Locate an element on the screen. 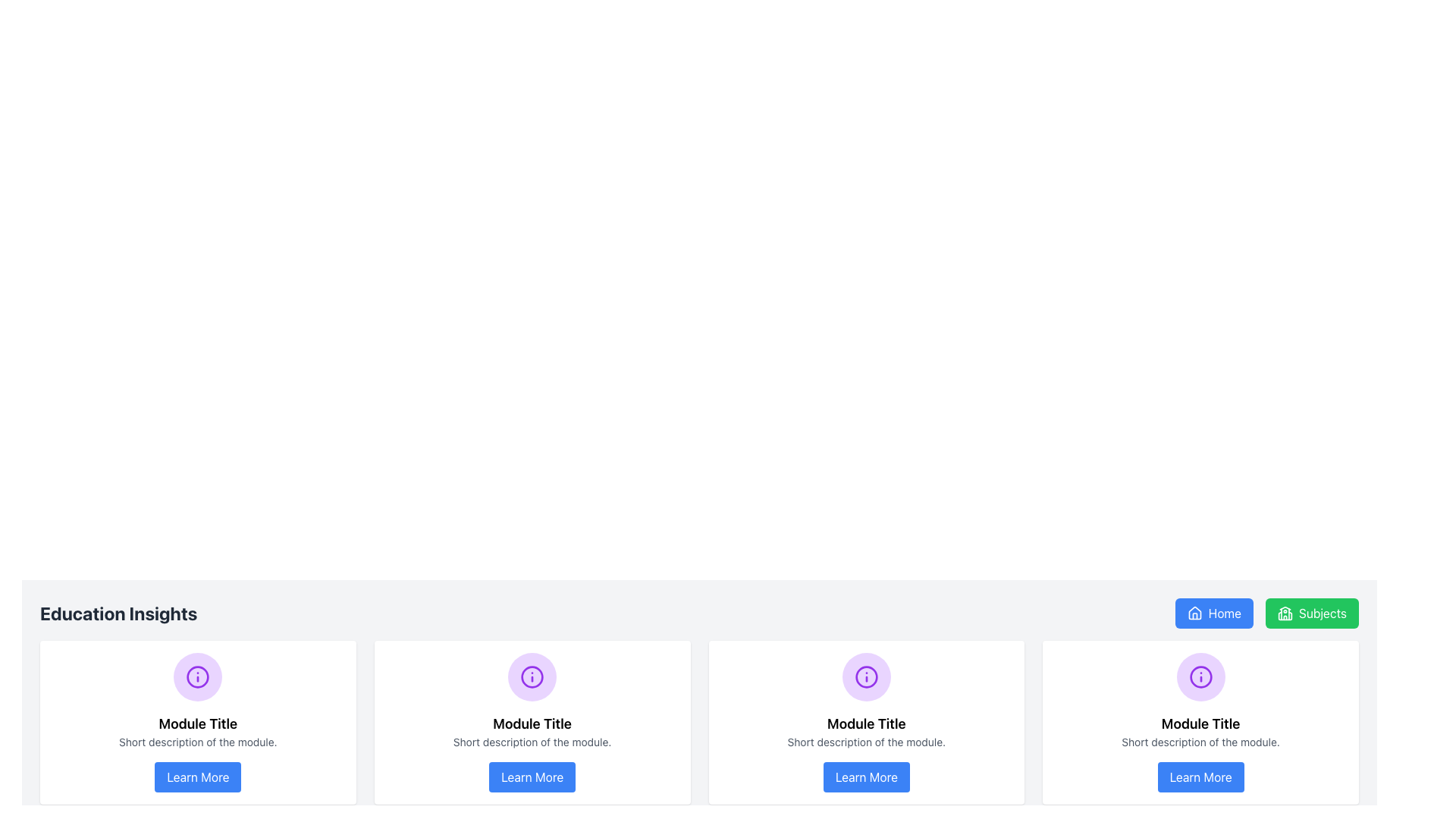 This screenshot has width=1456, height=819. the fourth button in the row of similar buttons at the bottom of the module card is located at coordinates (866, 777).